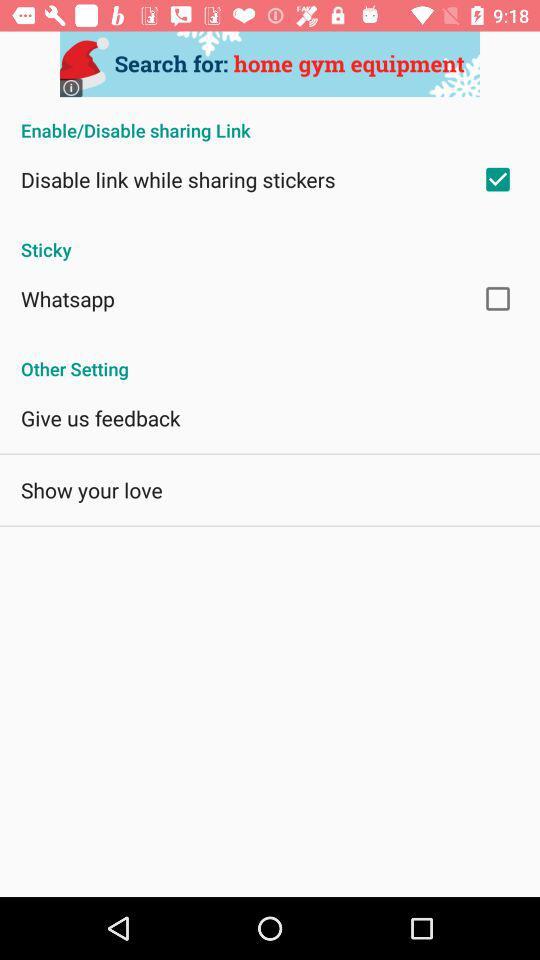 The height and width of the screenshot is (960, 540). Describe the element at coordinates (99, 417) in the screenshot. I see `the app above the show your love item` at that location.